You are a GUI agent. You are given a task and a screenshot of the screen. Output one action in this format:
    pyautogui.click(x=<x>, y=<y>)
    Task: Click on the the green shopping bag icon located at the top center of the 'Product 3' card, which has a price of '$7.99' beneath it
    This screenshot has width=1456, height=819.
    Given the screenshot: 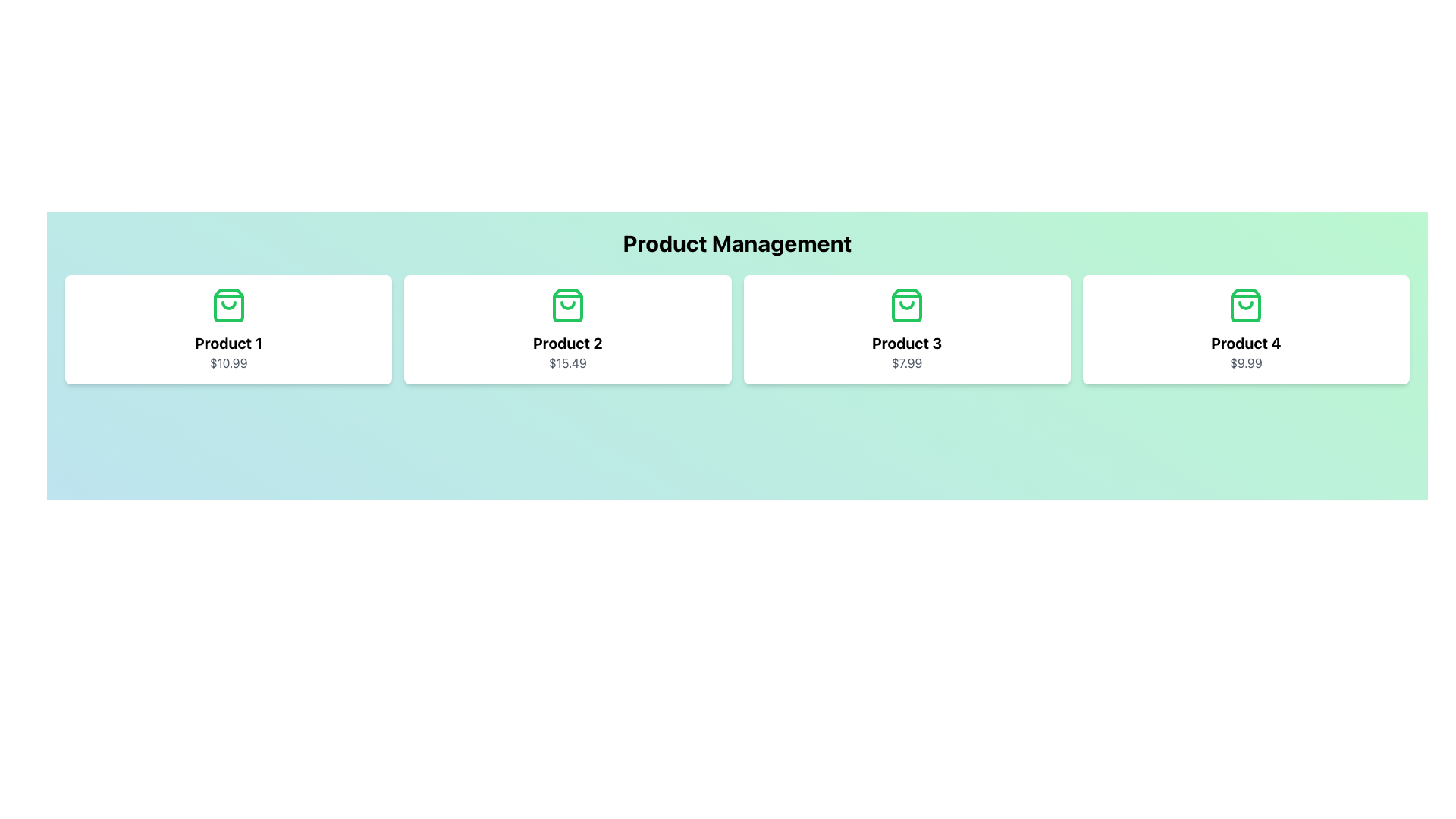 What is the action you would take?
    pyautogui.click(x=907, y=305)
    